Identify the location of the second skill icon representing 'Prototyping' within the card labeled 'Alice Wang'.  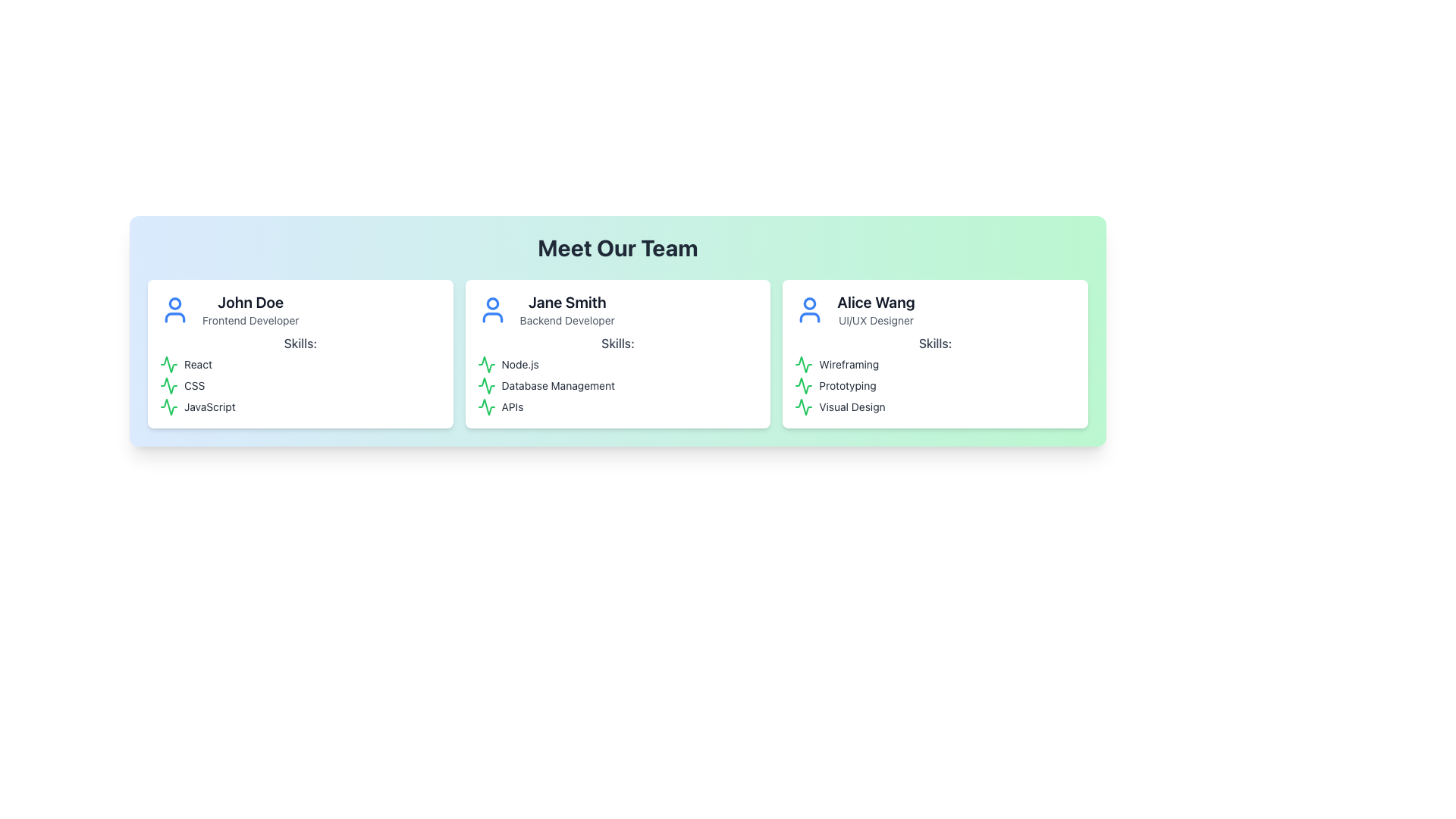
(803, 385).